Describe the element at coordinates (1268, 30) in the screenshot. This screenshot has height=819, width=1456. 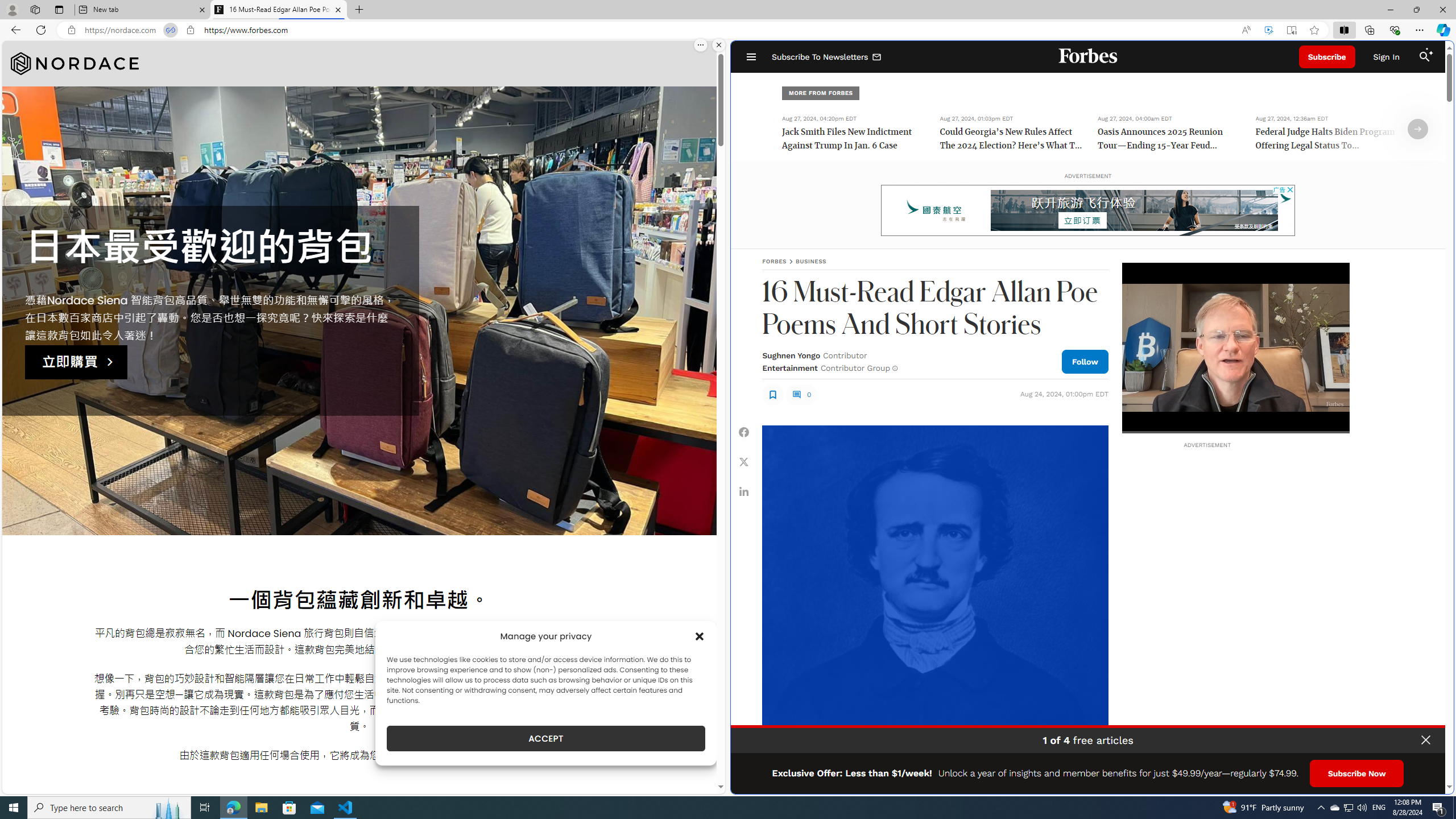
I see `'Enhance video'` at that location.